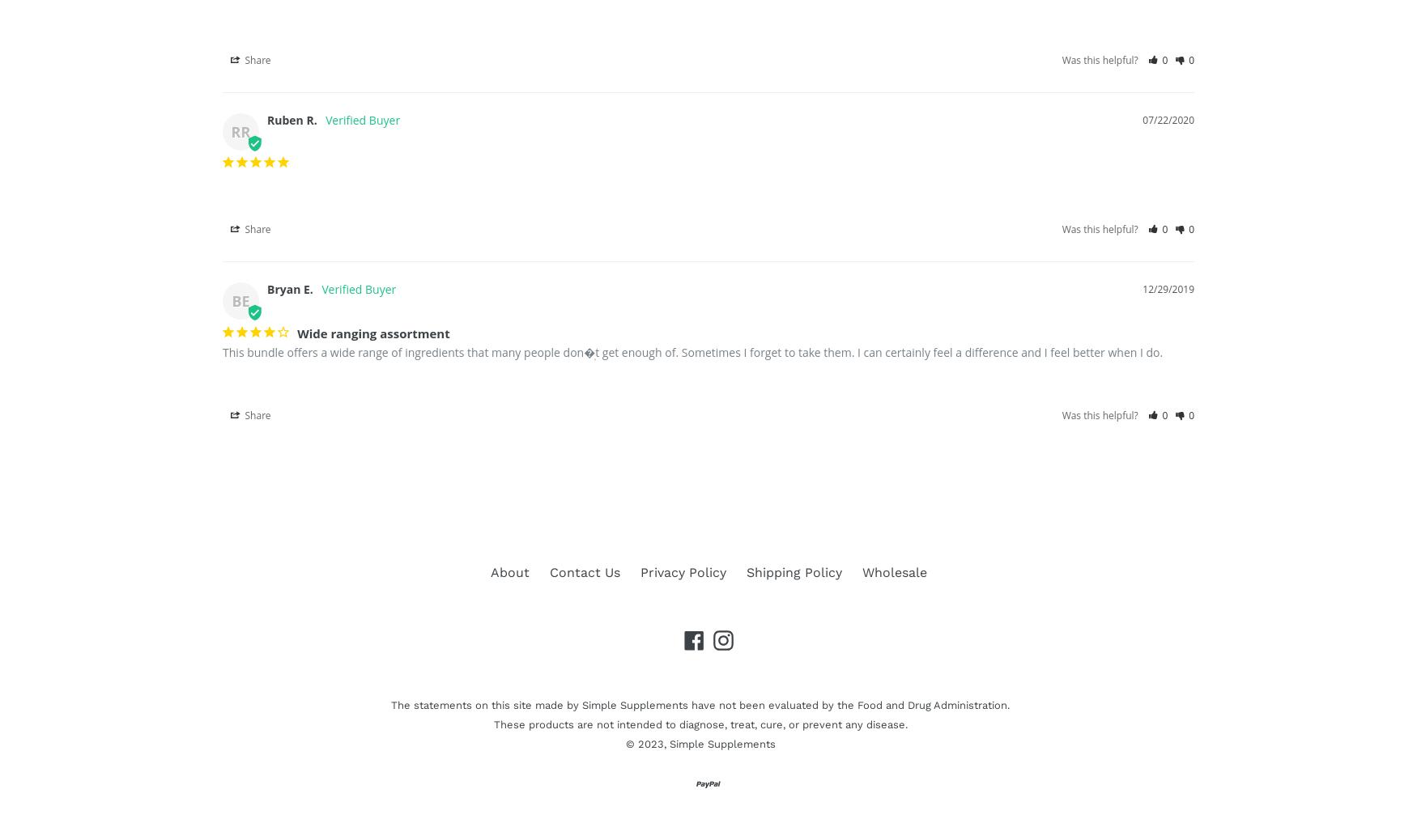 The width and height of the screenshot is (1417, 840). What do you see at coordinates (794, 571) in the screenshot?
I see `'Shipping Policy'` at bounding box center [794, 571].